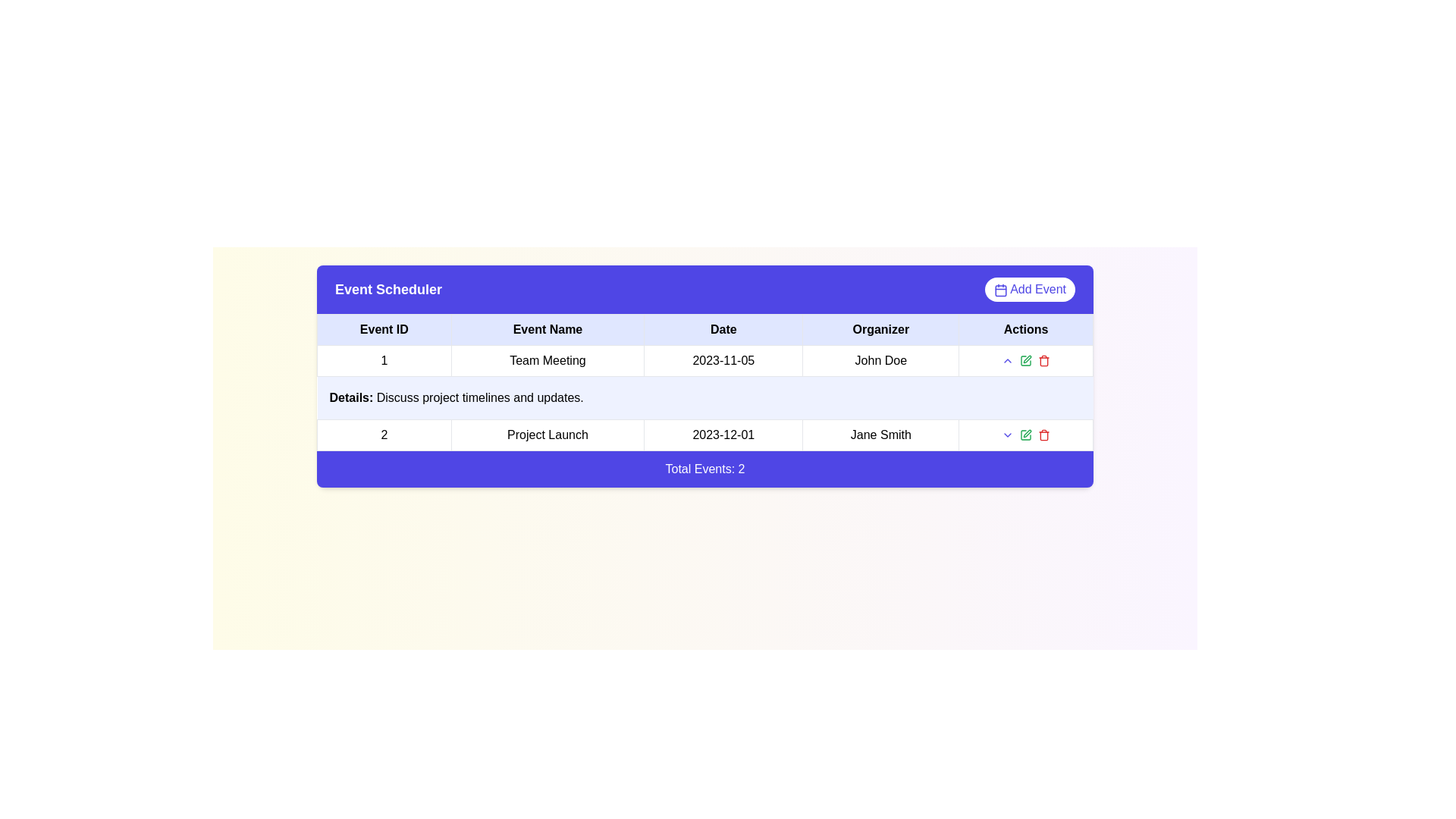 Image resolution: width=1456 pixels, height=819 pixels. What do you see at coordinates (1000, 290) in the screenshot?
I see `the calendar icon located to the left of the 'Add Event' button in the top-right corner of the interface, above the table` at bounding box center [1000, 290].